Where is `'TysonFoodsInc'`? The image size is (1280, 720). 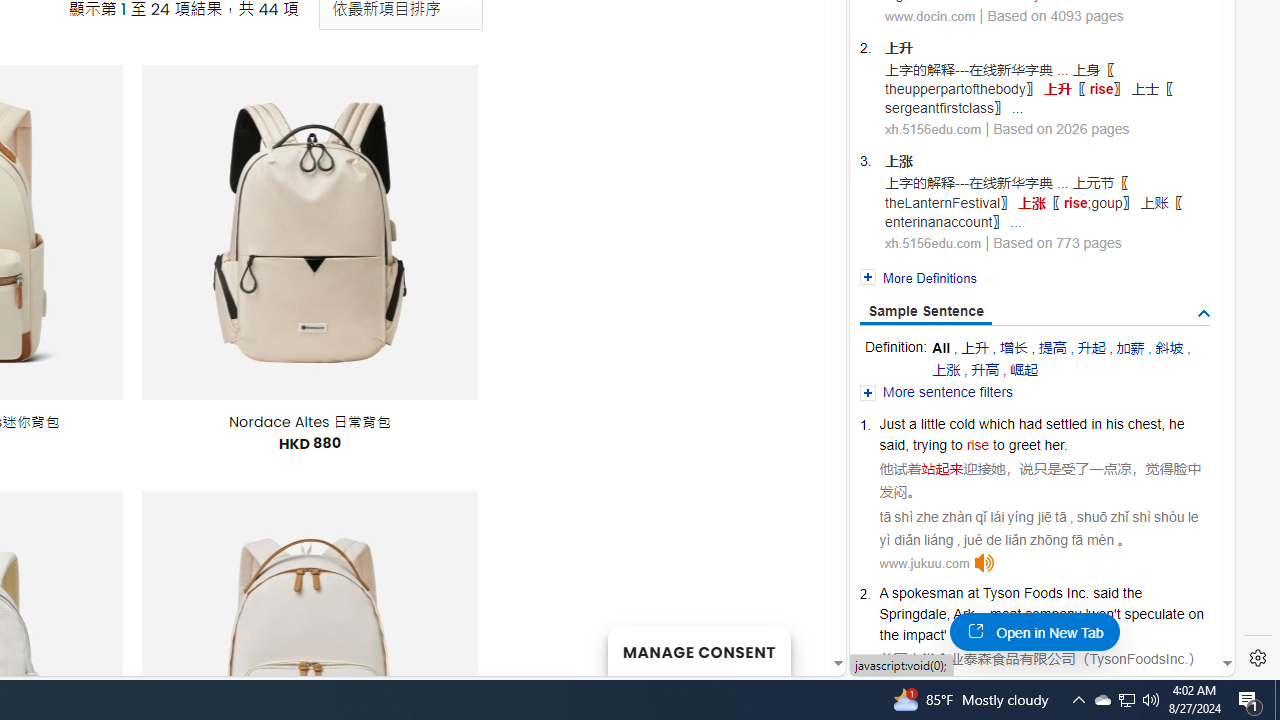
'TysonFoodsInc' is located at coordinates (1137, 658).